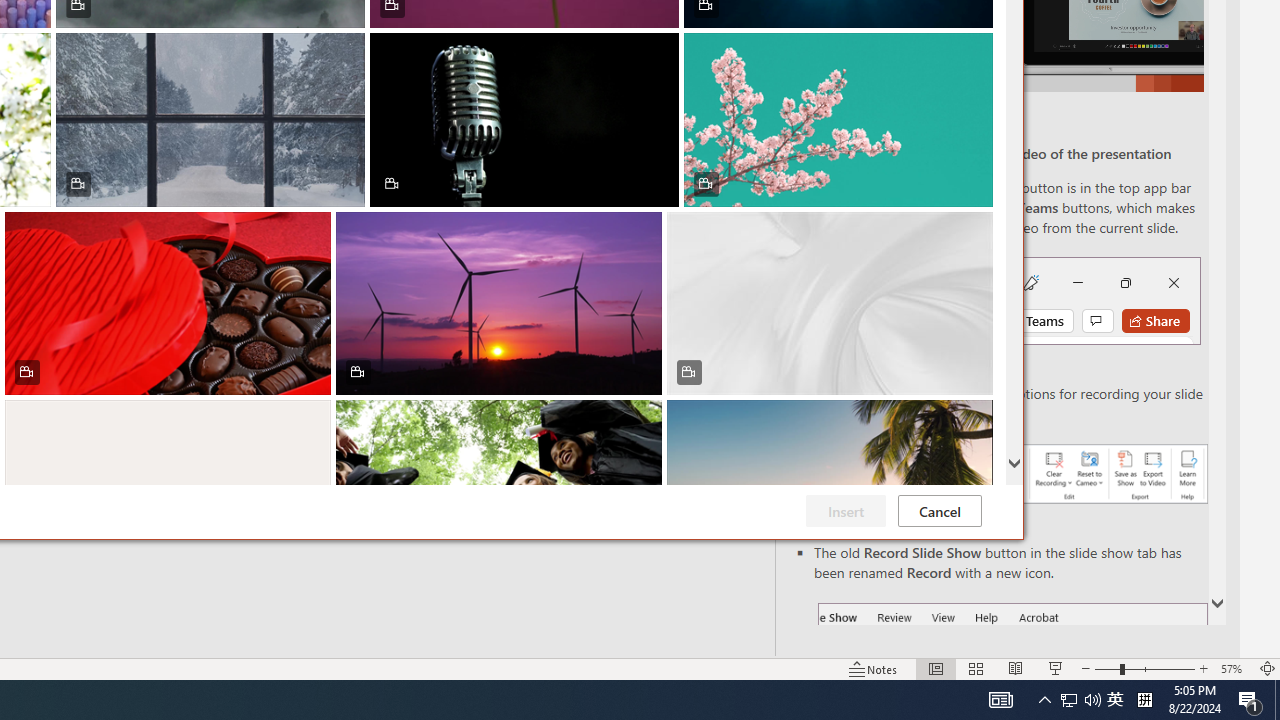 The width and height of the screenshot is (1280, 720). What do you see at coordinates (1250, 698) in the screenshot?
I see `'Action Center, 1 new notification'` at bounding box center [1250, 698].